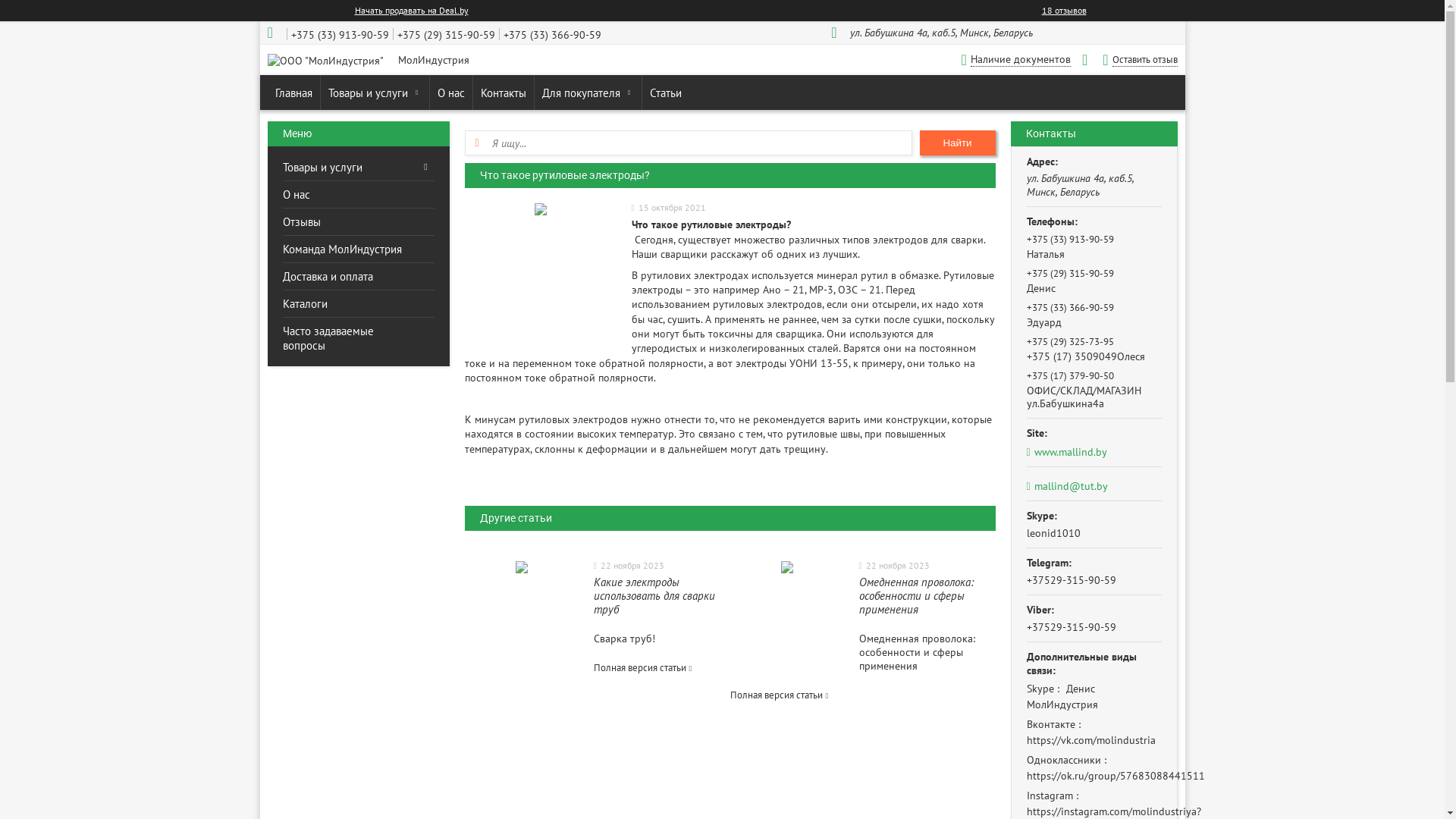  I want to click on 'www.mallind.by', so click(1094, 451).